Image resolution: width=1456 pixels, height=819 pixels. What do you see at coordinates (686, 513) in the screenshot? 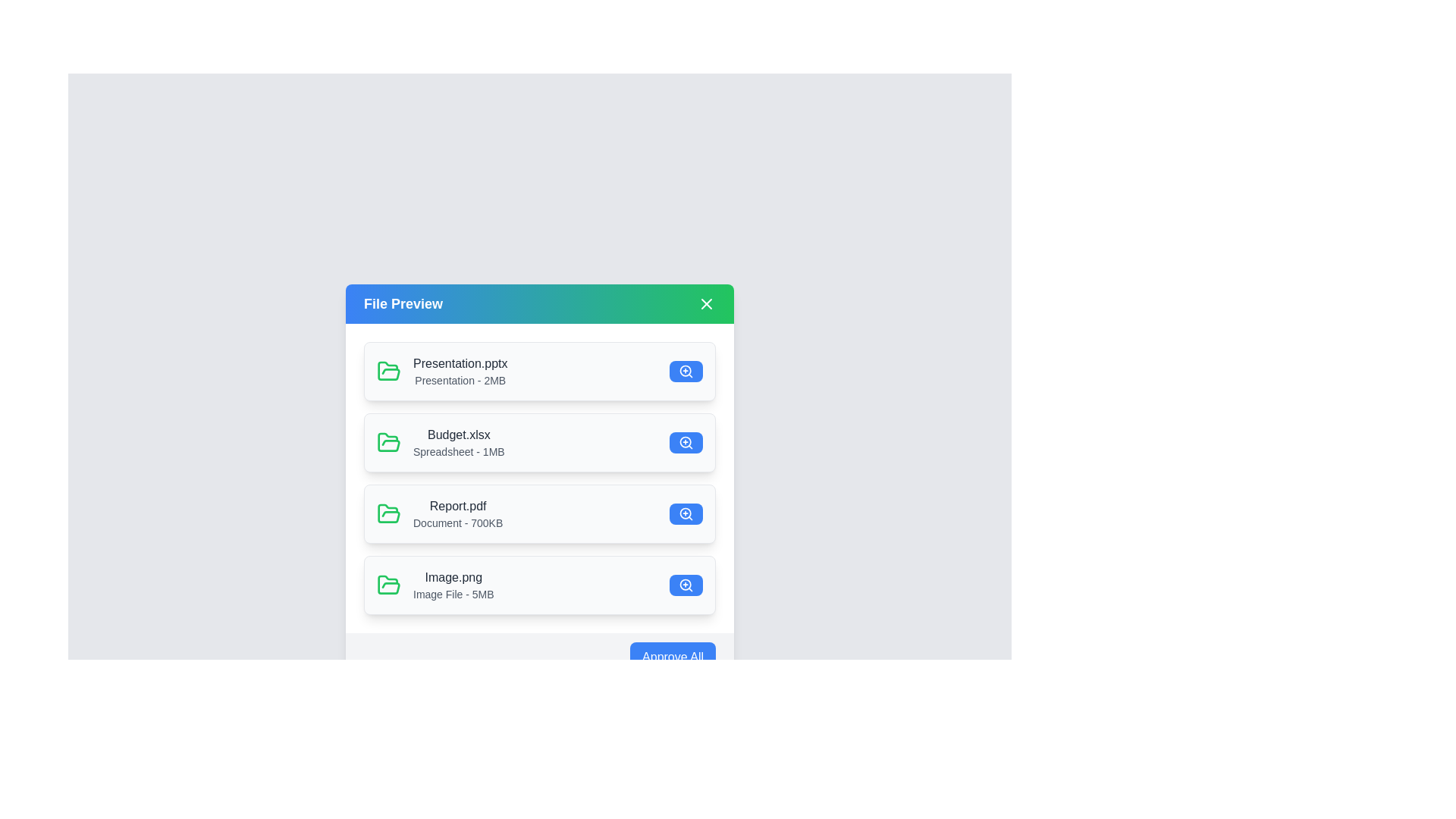
I see `the 'Zoom' button next to the file named Report.pdf` at bounding box center [686, 513].